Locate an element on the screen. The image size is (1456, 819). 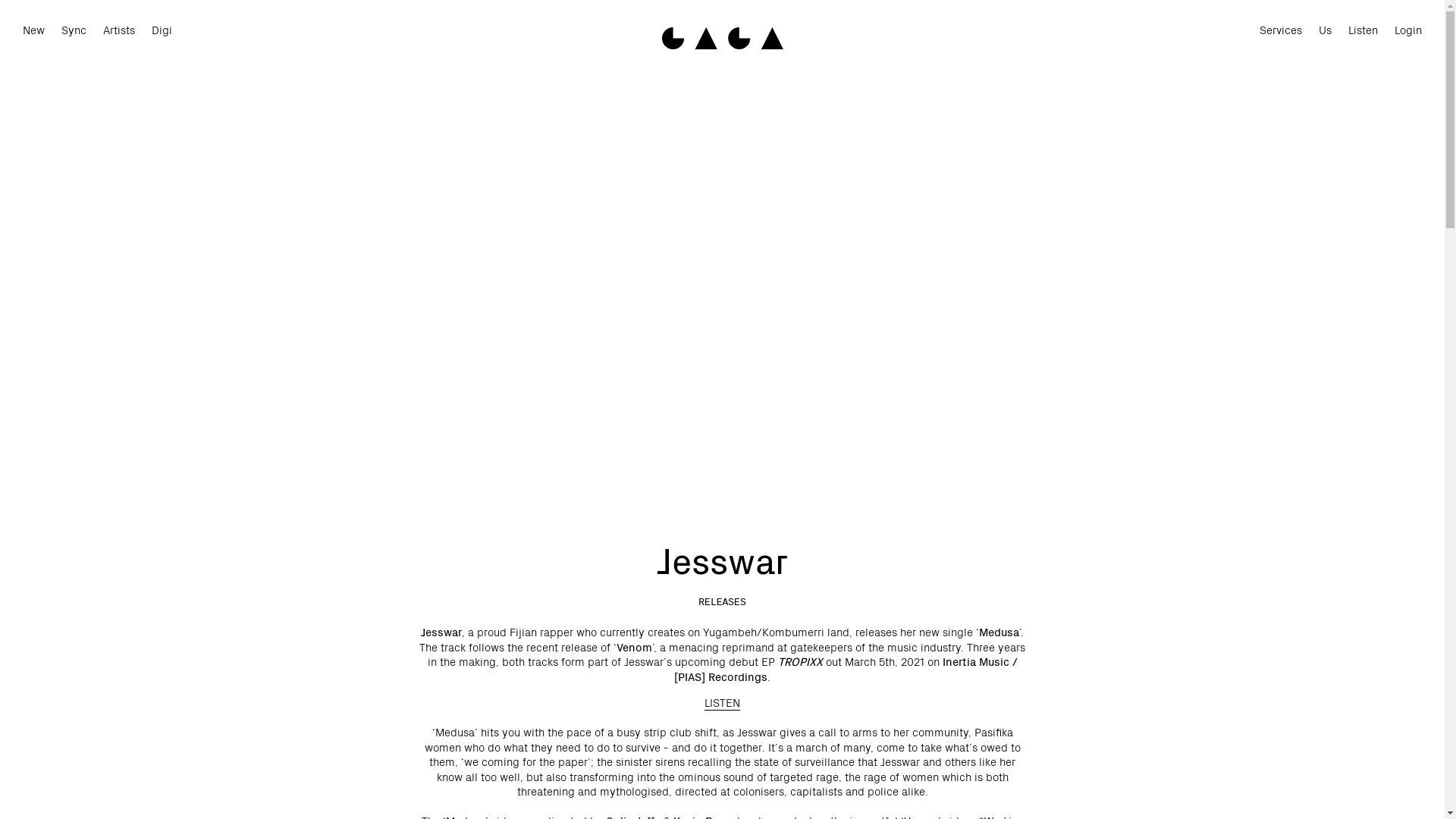
'Gaga' is located at coordinates (720, 37).